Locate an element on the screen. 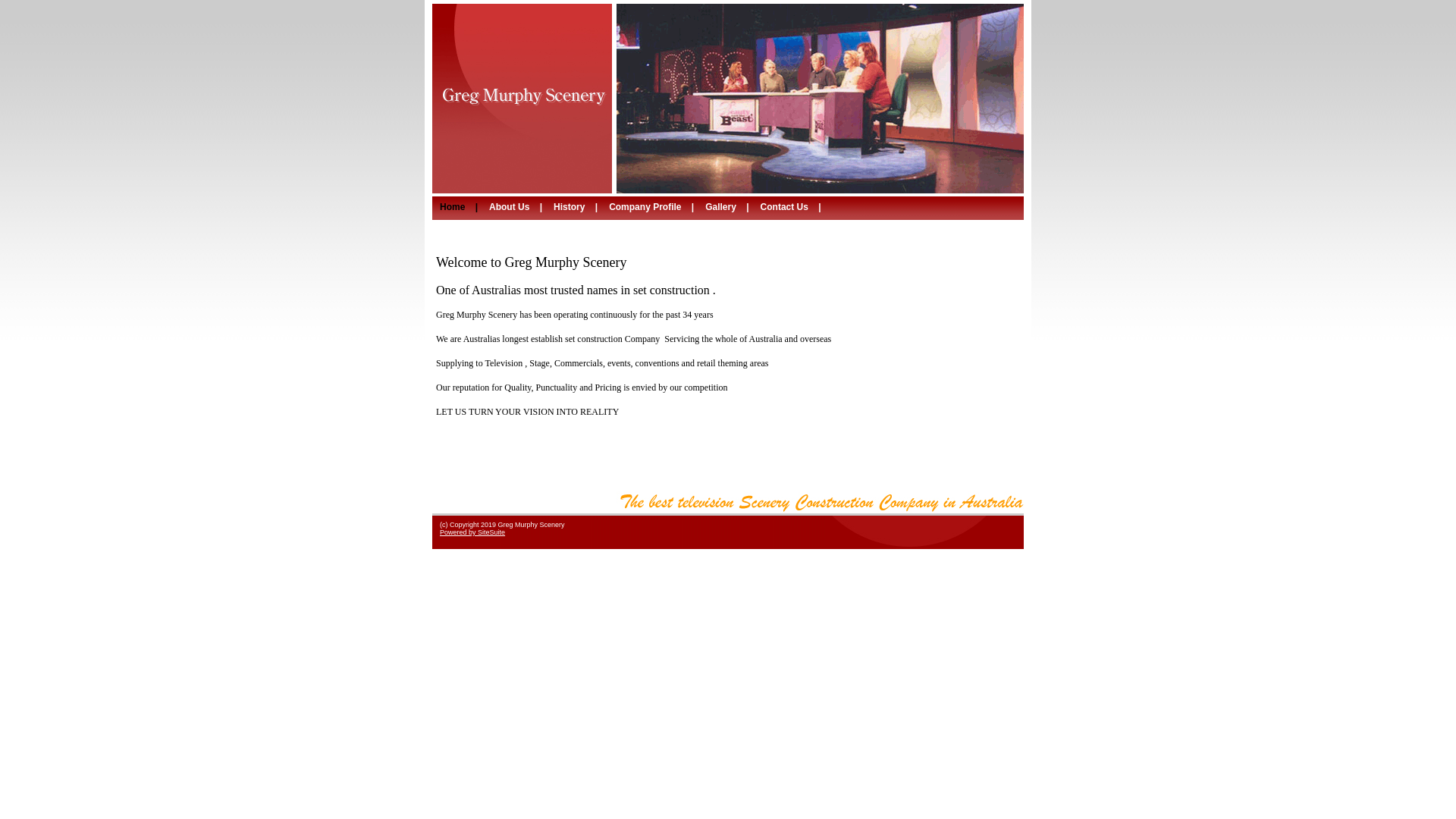 The width and height of the screenshot is (1456, 819). 'About Us    |   ' is located at coordinates (484, 207).